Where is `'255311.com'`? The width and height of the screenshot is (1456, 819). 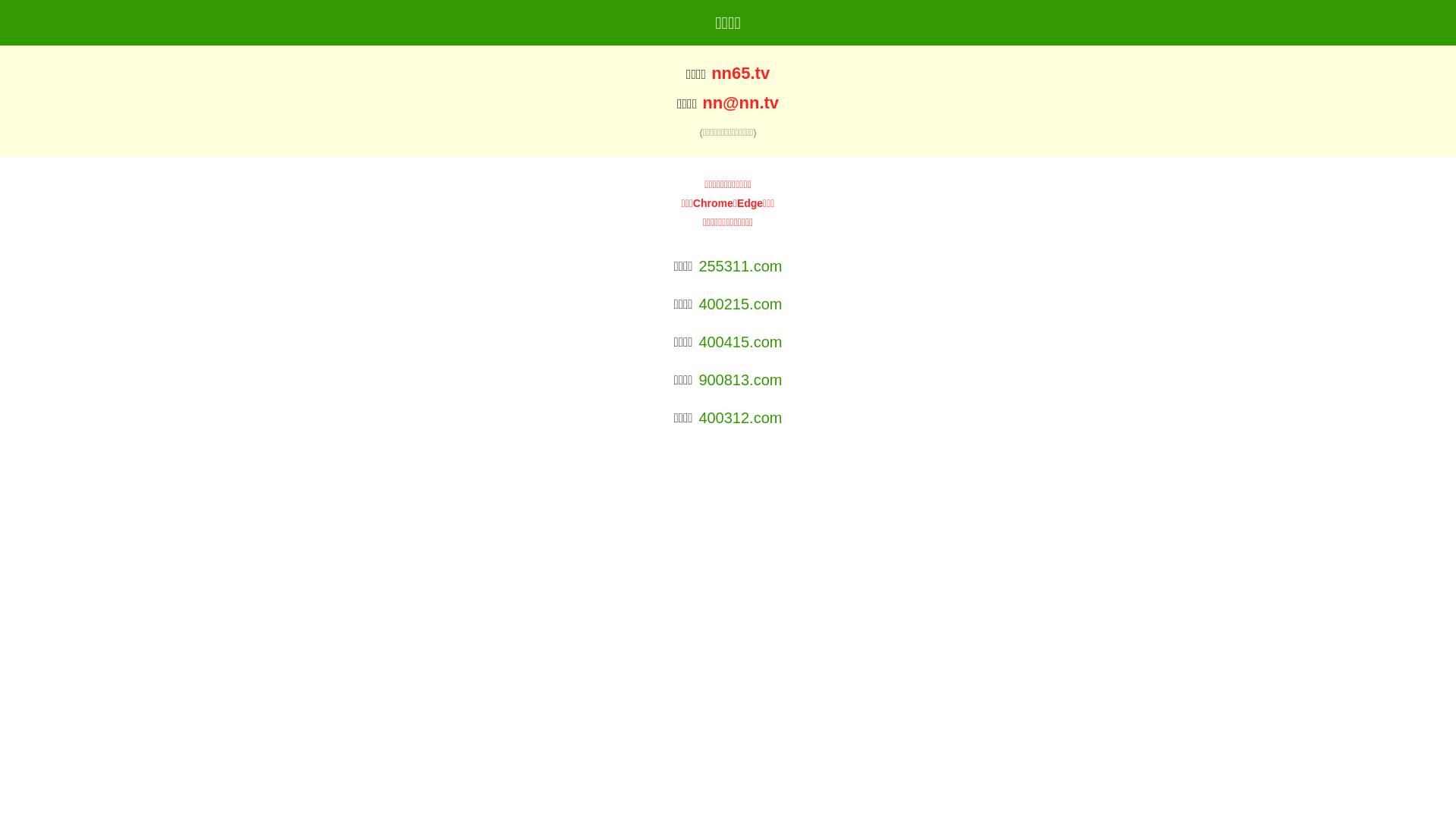
'255311.com' is located at coordinates (739, 265).